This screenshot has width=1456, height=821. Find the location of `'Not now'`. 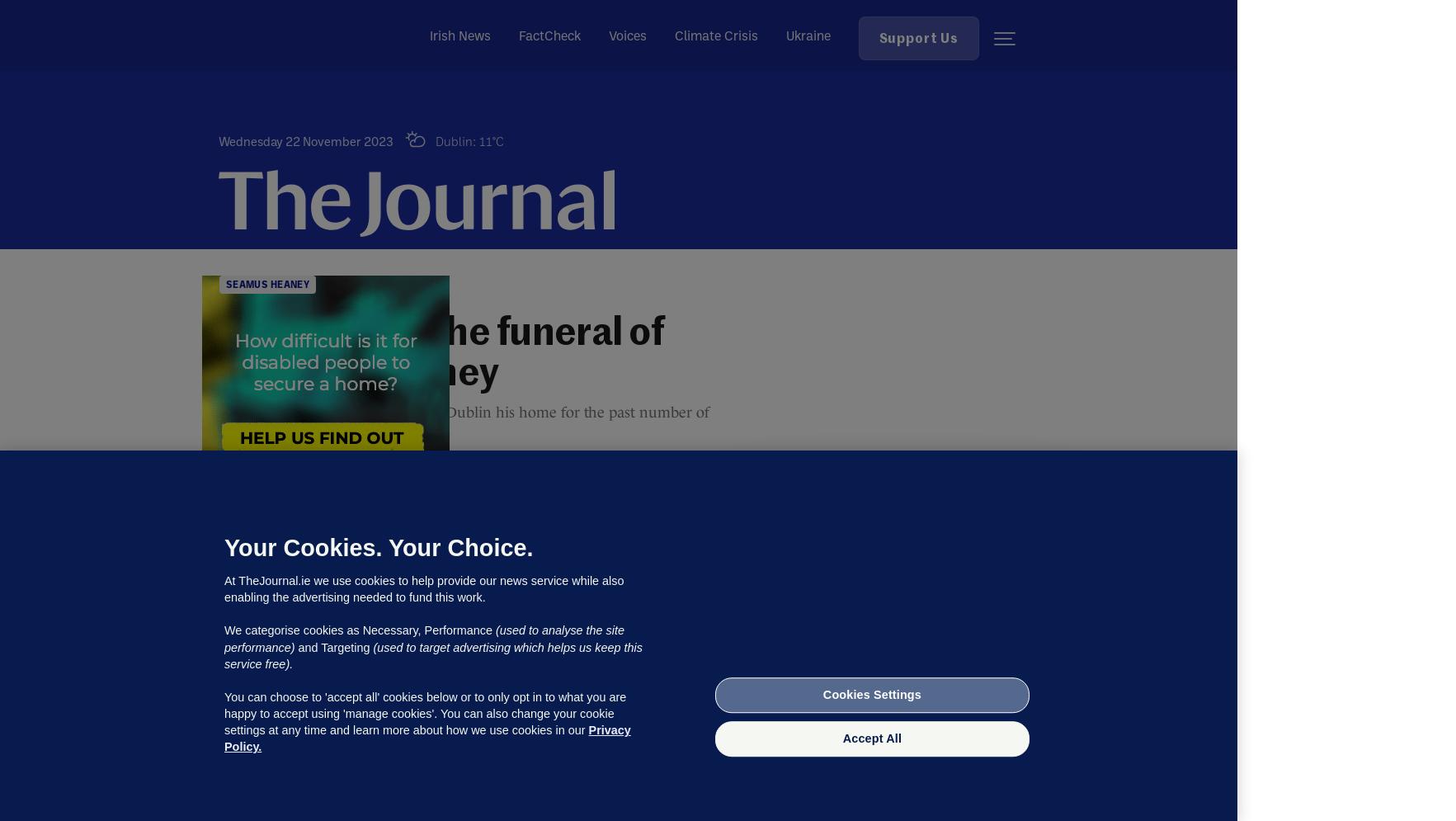

'Not now' is located at coordinates (968, 779).